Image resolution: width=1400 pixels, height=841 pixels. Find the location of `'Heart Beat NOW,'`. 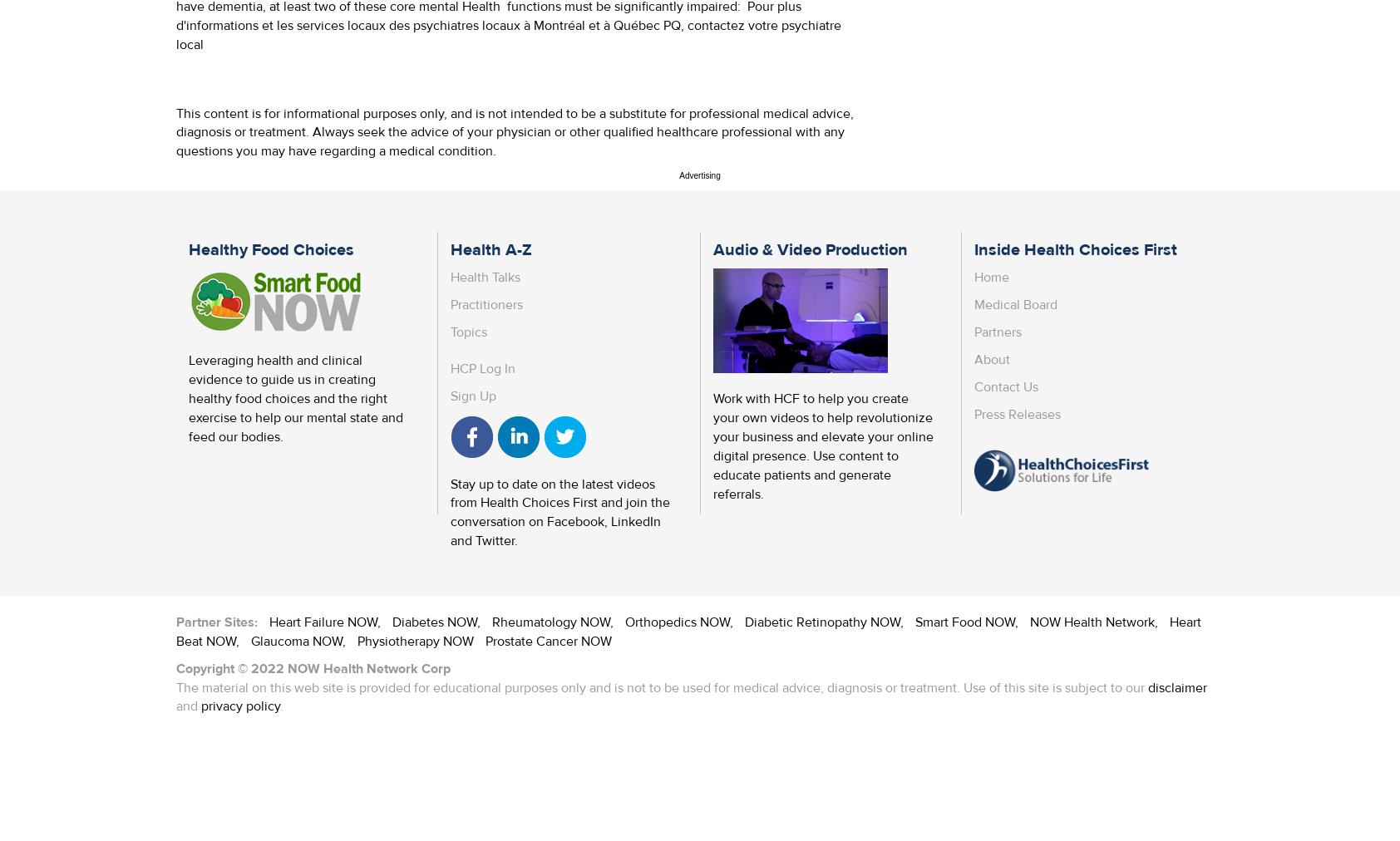

'Heart Beat NOW,' is located at coordinates (688, 631).